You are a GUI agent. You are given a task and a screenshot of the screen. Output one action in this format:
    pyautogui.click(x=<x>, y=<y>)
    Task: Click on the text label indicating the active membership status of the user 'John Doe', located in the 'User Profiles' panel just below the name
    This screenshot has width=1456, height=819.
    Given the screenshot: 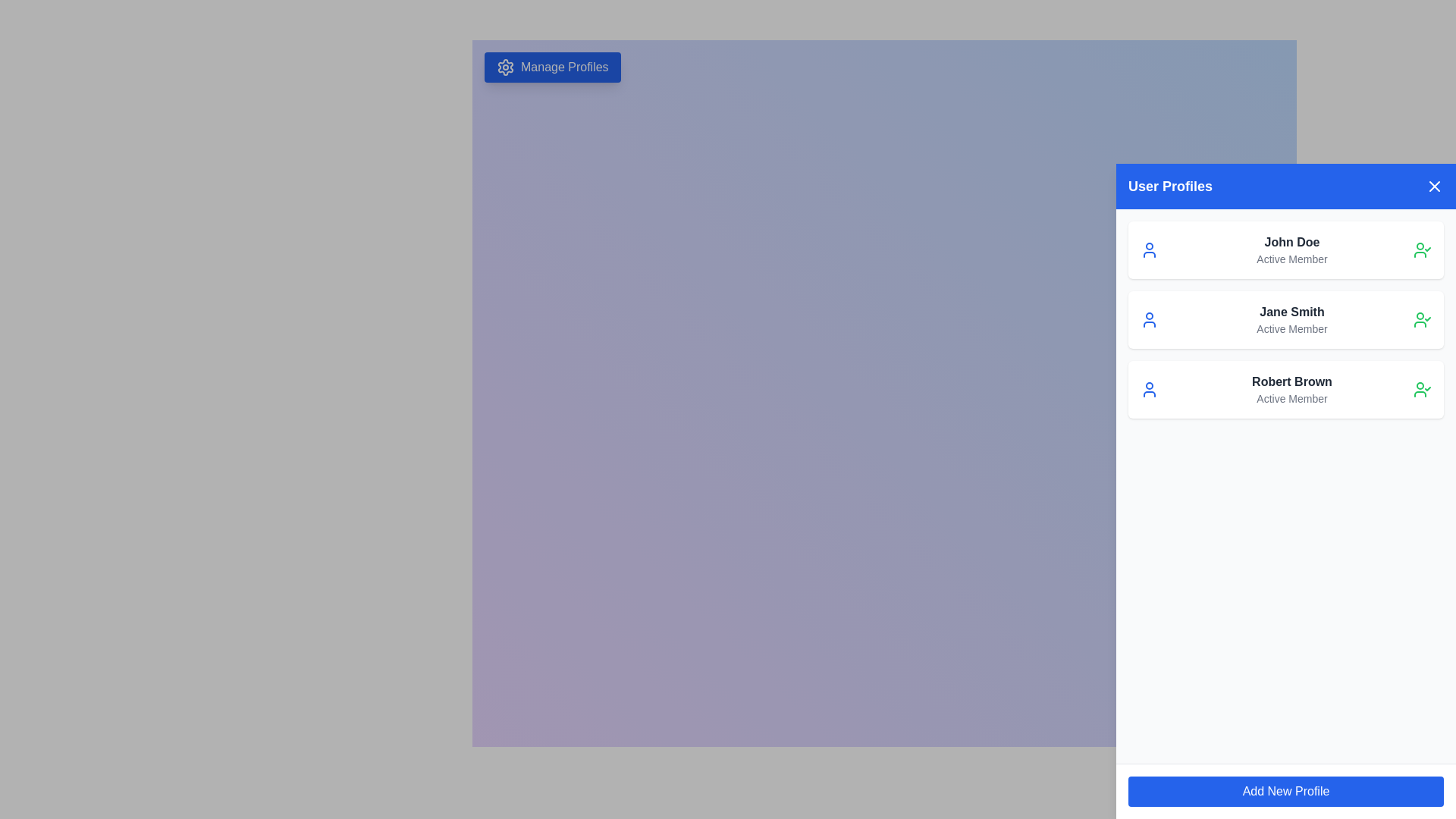 What is the action you would take?
    pyautogui.click(x=1291, y=259)
    